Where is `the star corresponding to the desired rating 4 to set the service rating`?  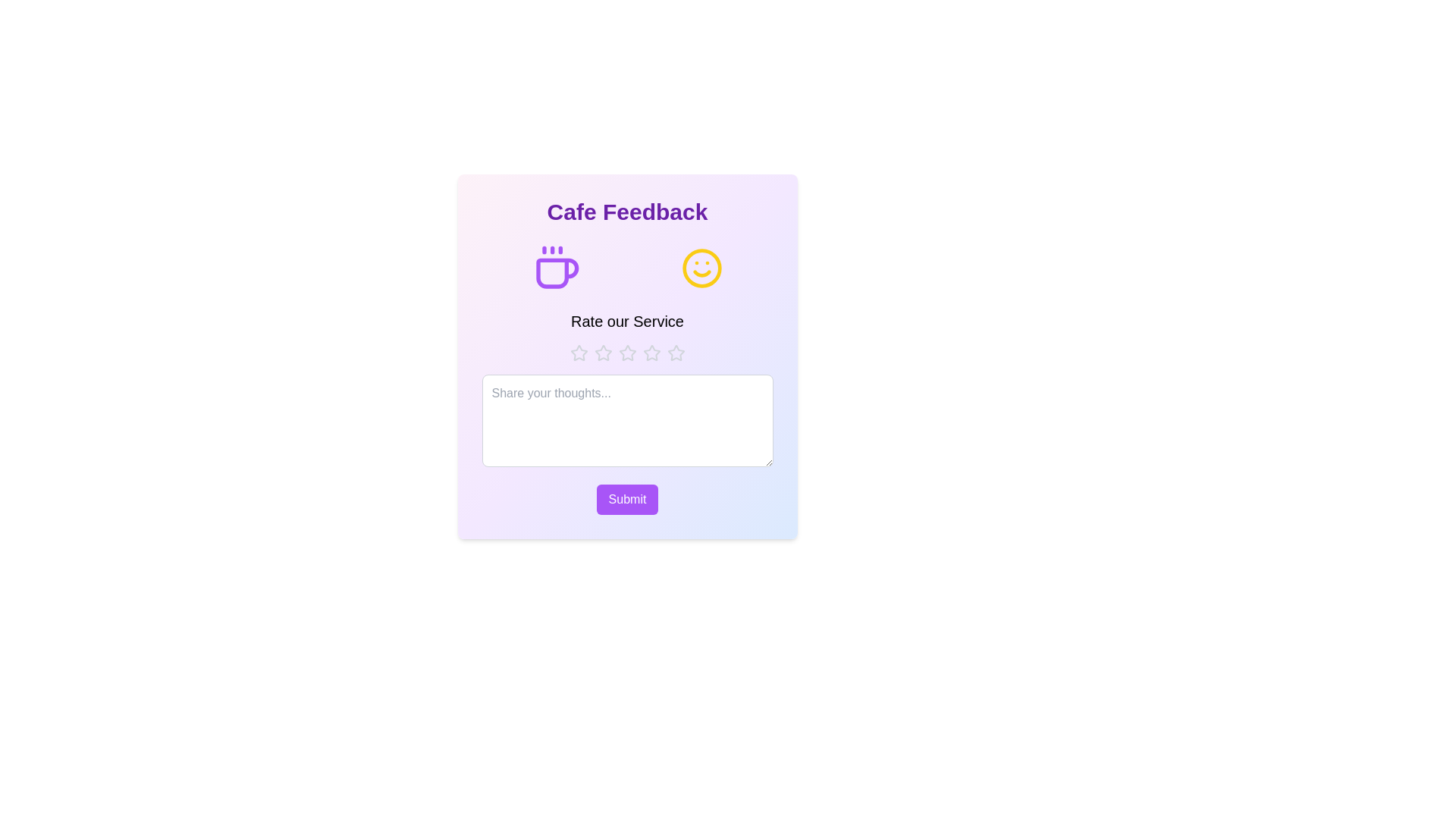
the star corresponding to the desired rating 4 to set the service rating is located at coordinates (651, 353).